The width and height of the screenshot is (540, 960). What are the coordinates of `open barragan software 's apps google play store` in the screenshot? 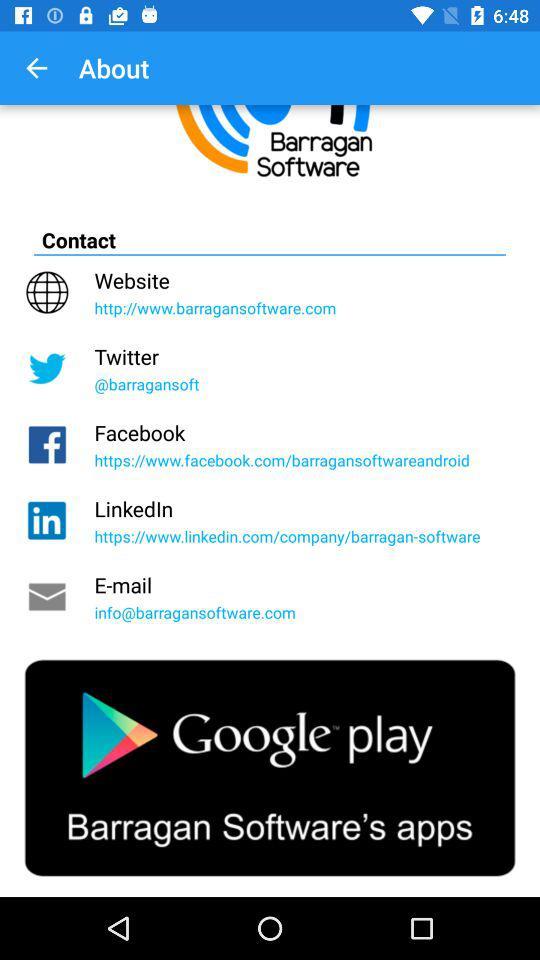 It's located at (270, 767).